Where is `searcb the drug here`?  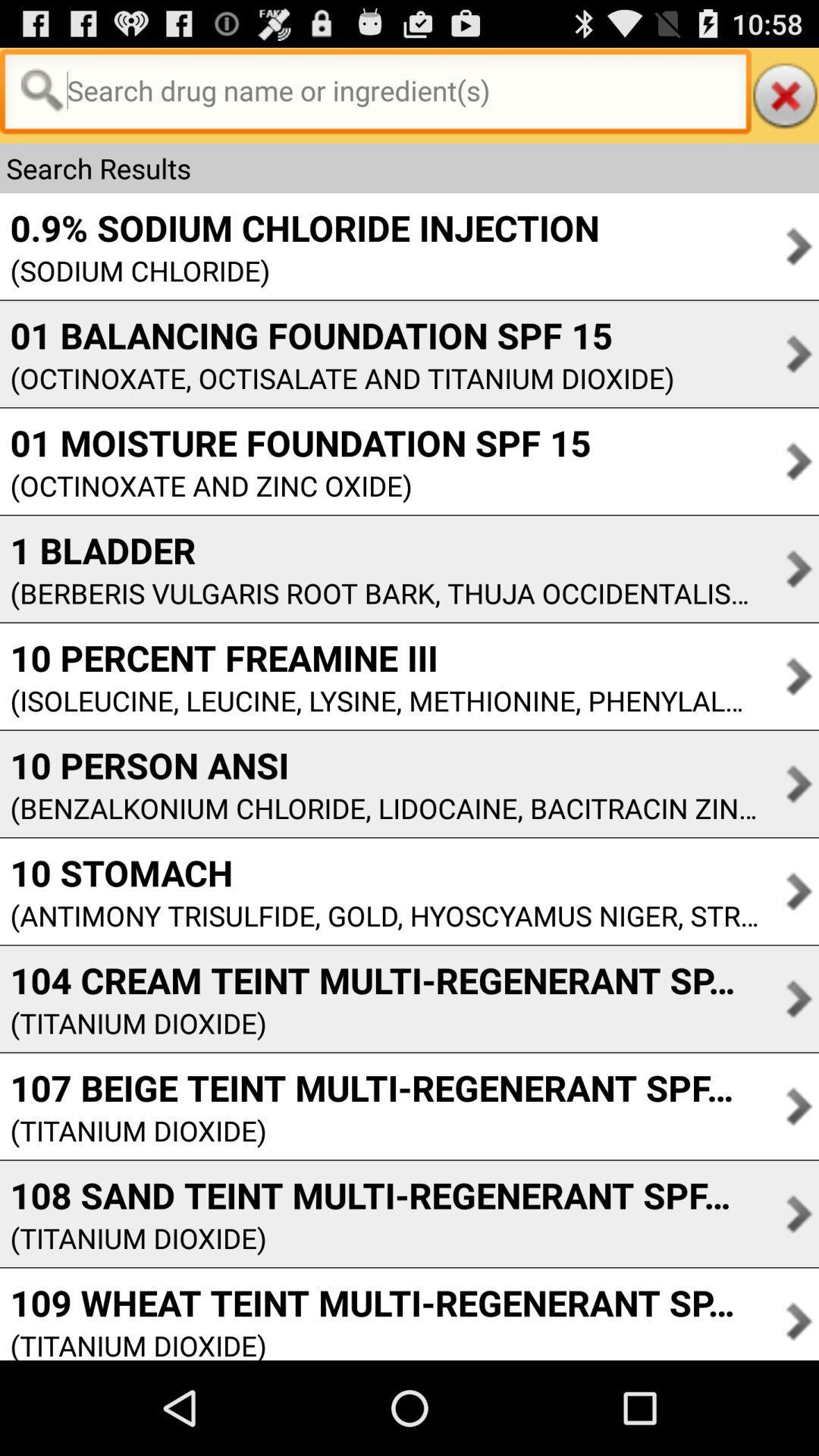
searcb the drug here is located at coordinates (375, 94).